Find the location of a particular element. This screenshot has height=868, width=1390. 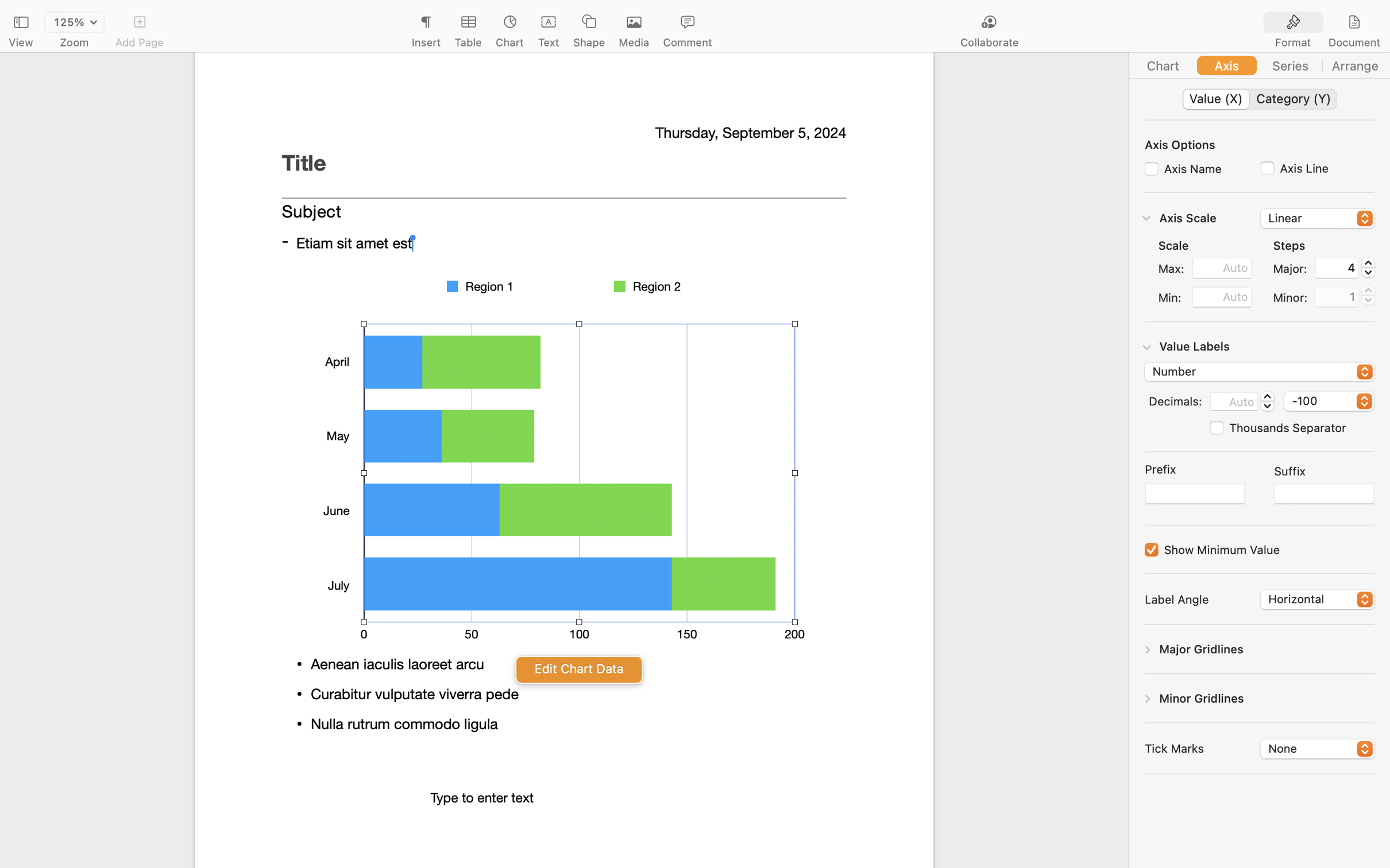

'Major Gridlines' is located at coordinates (1201, 648).